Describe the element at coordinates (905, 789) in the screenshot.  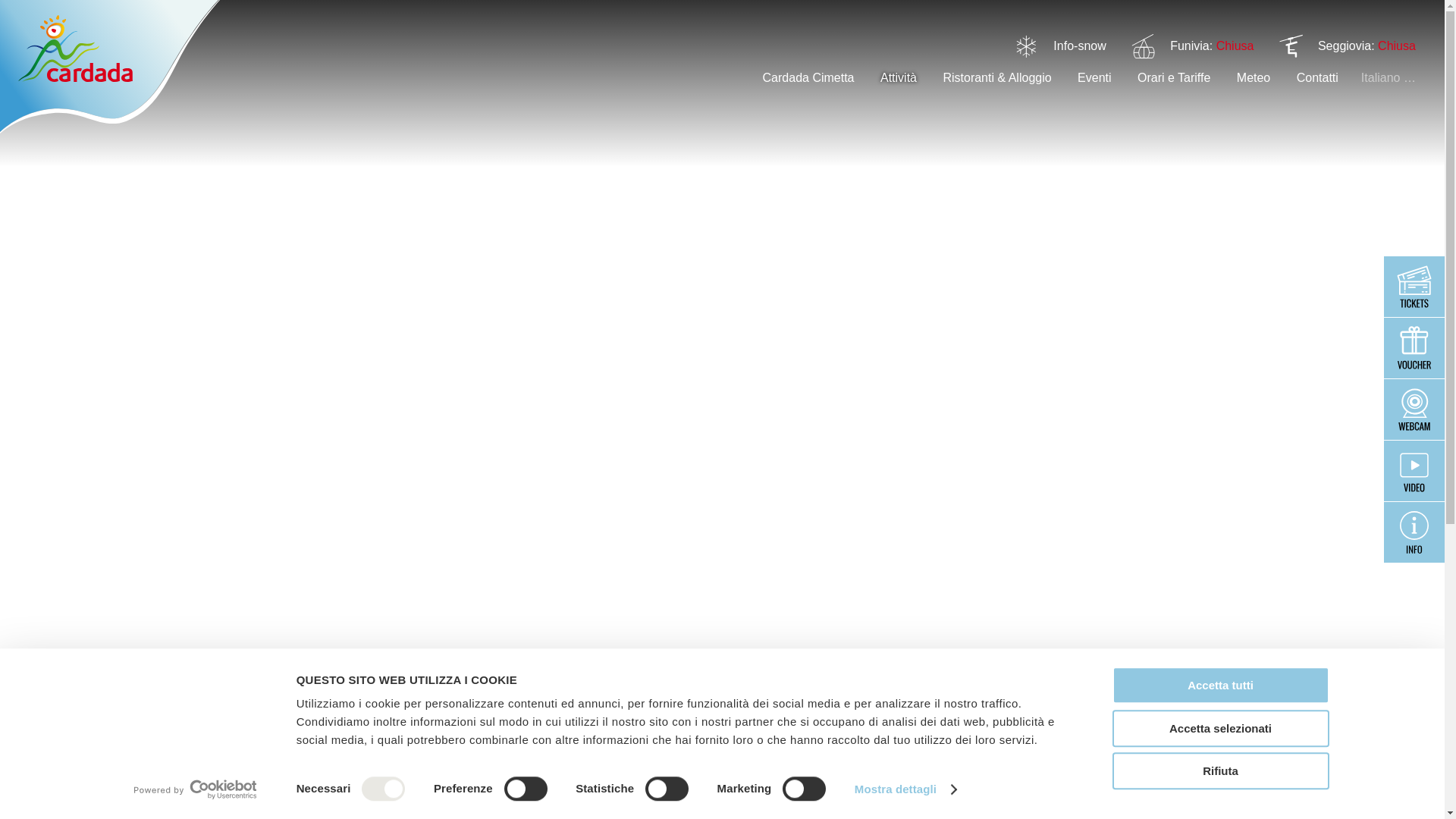
I see `'Mostra dettagli'` at that location.